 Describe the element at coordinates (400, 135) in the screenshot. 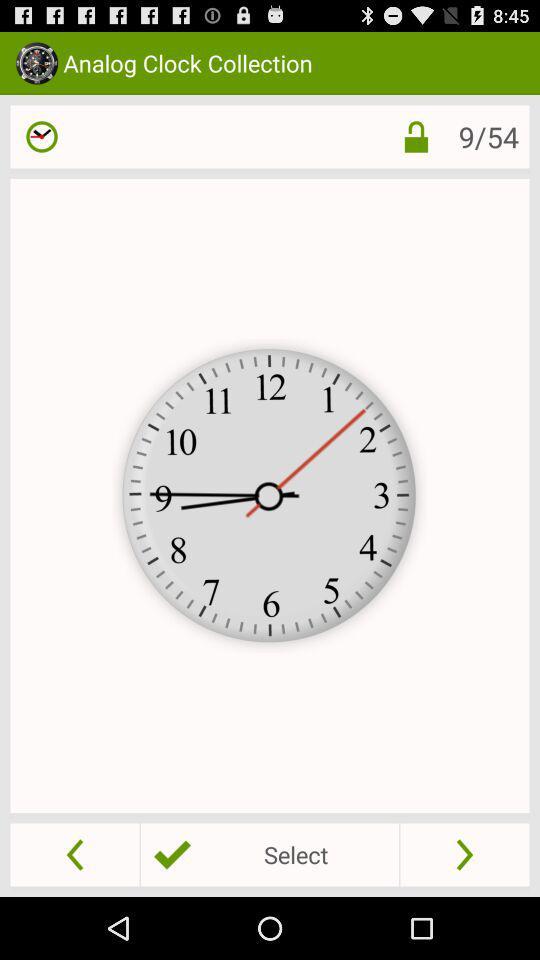

I see `lock setting` at that location.